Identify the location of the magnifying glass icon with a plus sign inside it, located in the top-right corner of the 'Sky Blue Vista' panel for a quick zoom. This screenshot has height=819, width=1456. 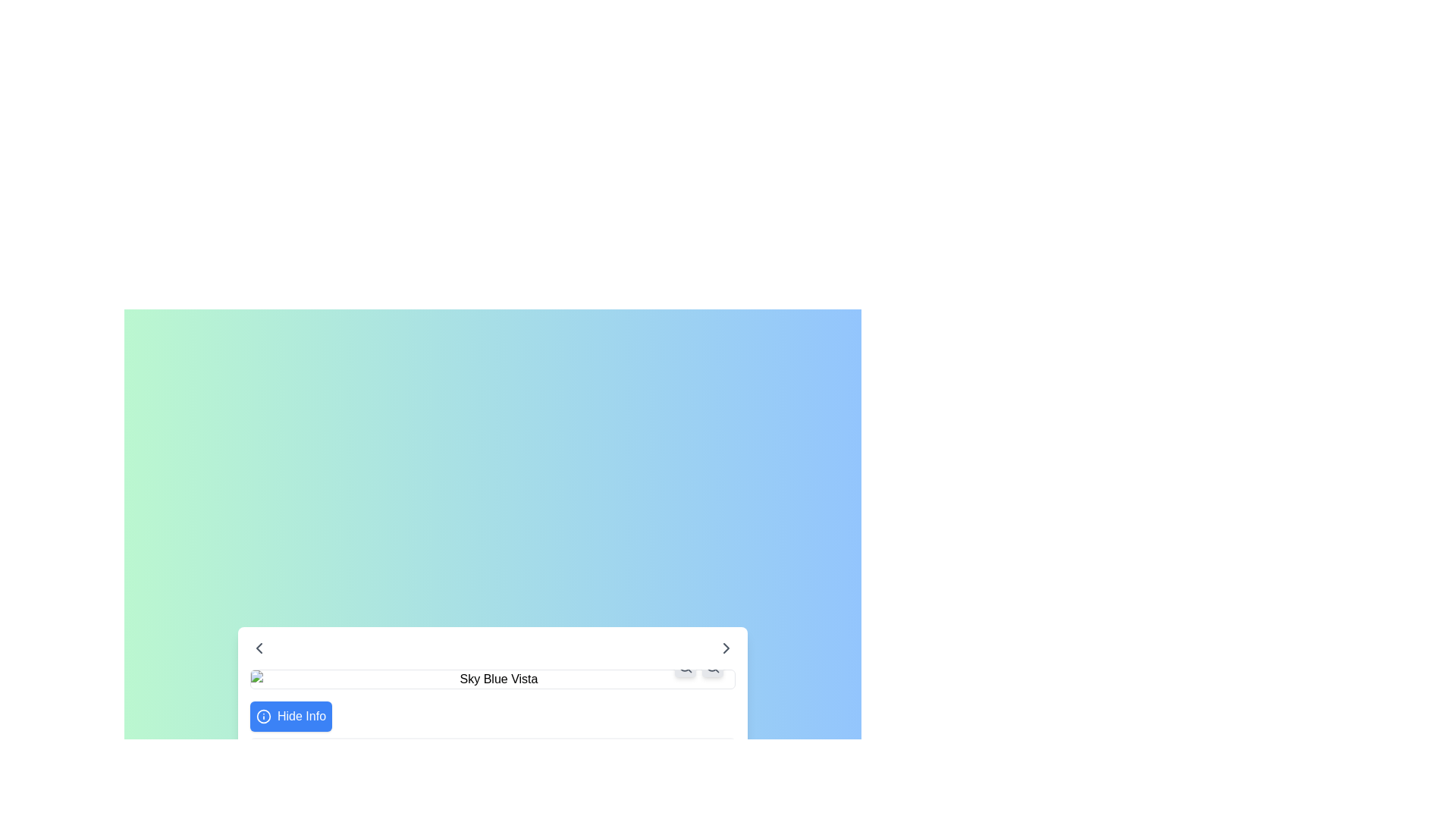
(712, 666).